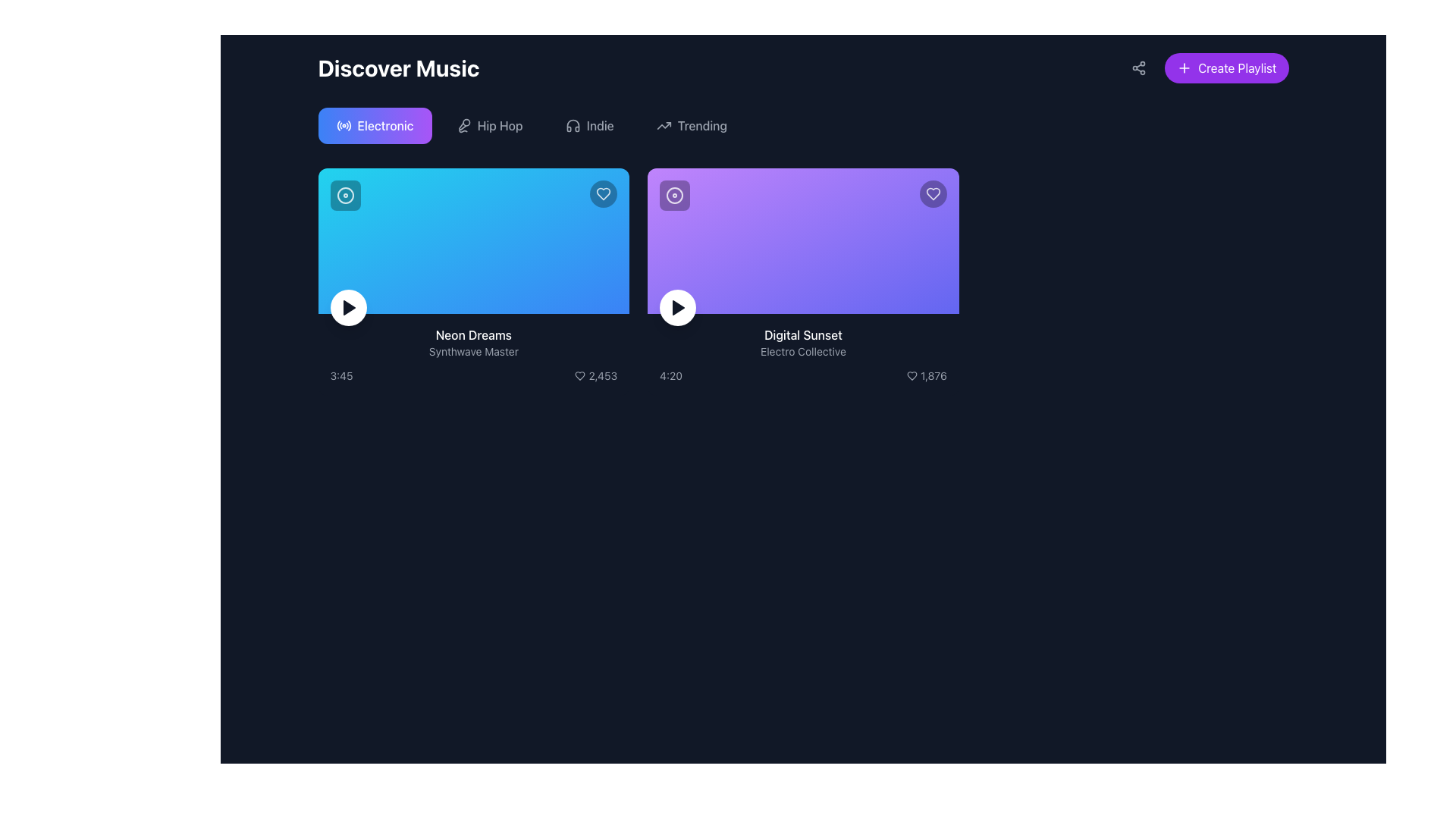  I want to click on the circular play button with a white background and black play icon located on the 'Digital Sunset' card in the Electronic section, so click(677, 307).